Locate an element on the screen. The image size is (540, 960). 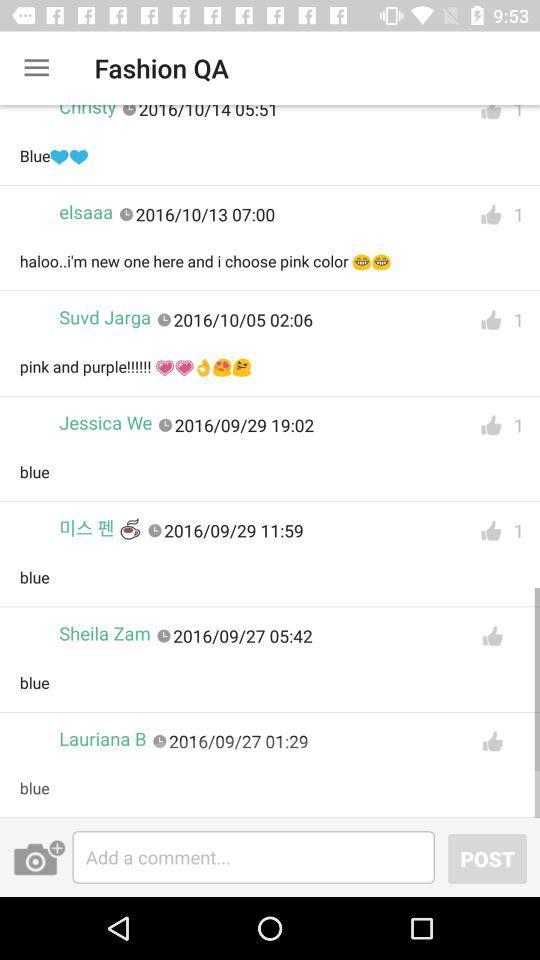
like is located at coordinates (491, 635).